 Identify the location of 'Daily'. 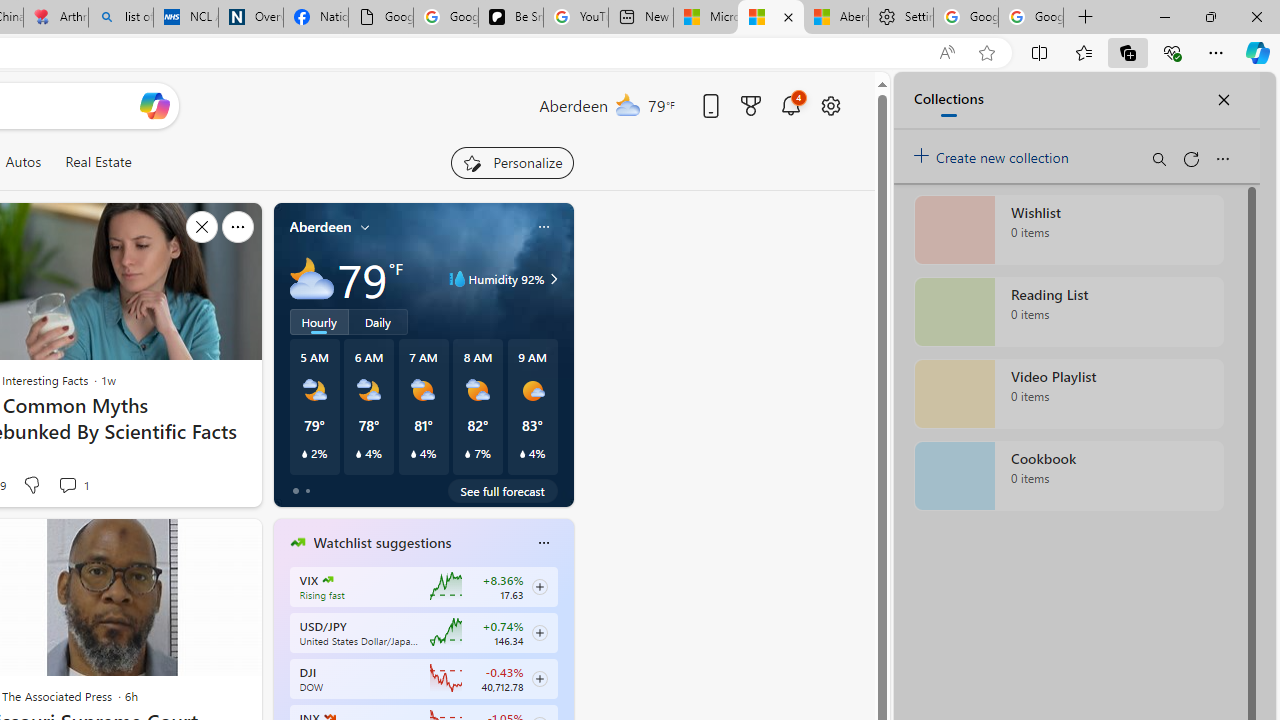
(378, 320).